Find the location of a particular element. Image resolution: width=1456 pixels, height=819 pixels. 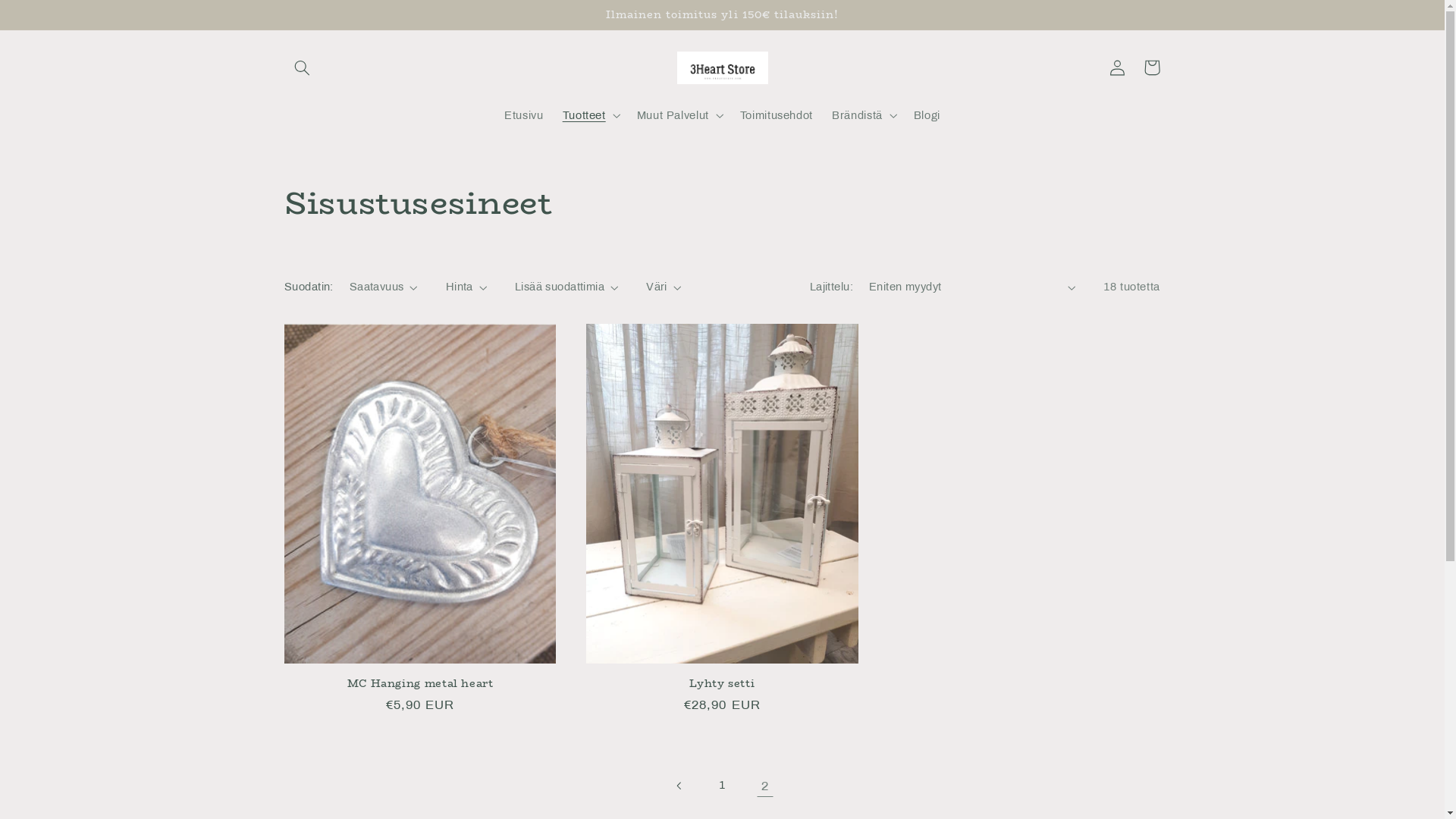

'2' is located at coordinates (764, 785).